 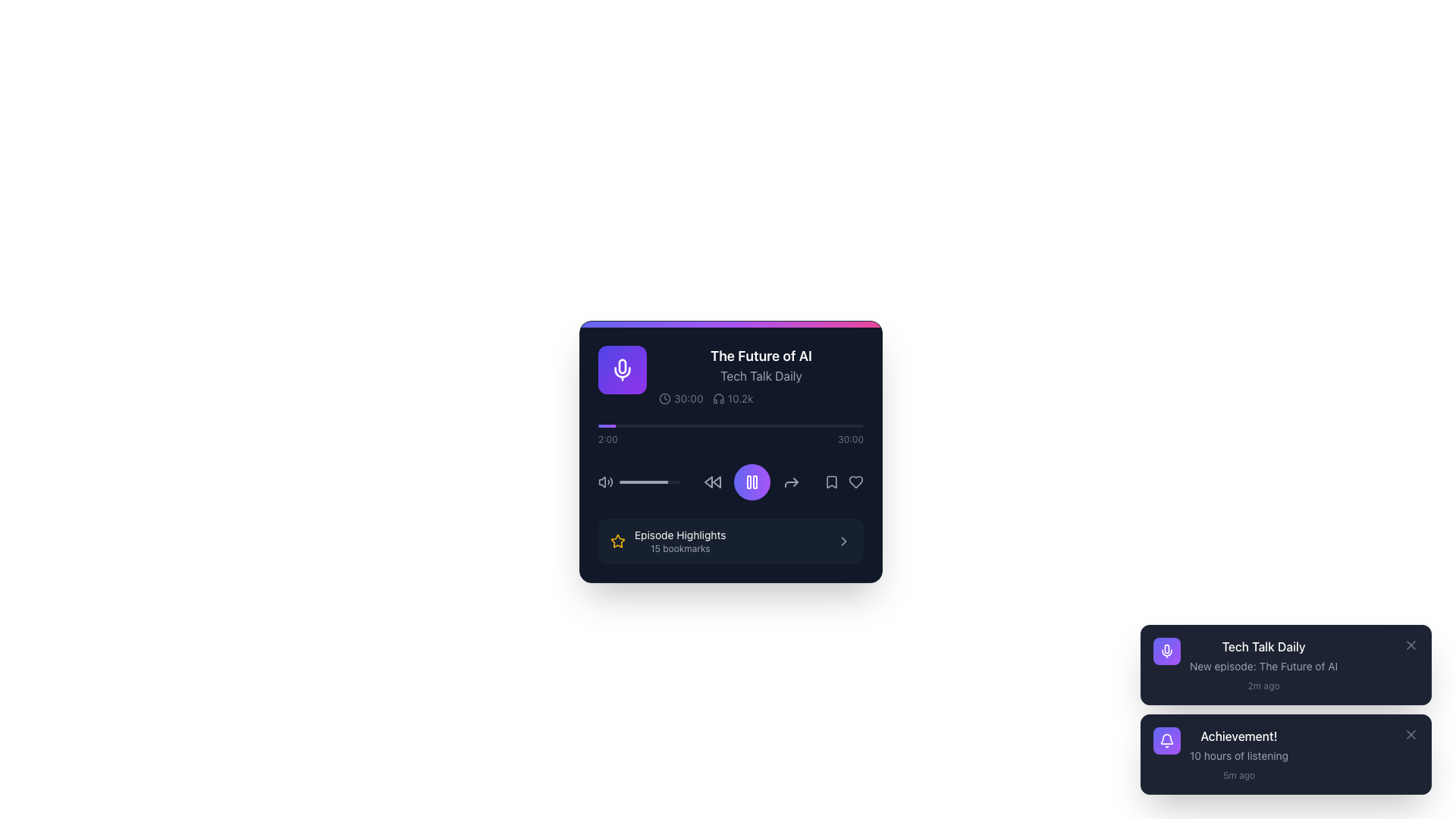 I want to click on the volume, so click(x=626, y=482).